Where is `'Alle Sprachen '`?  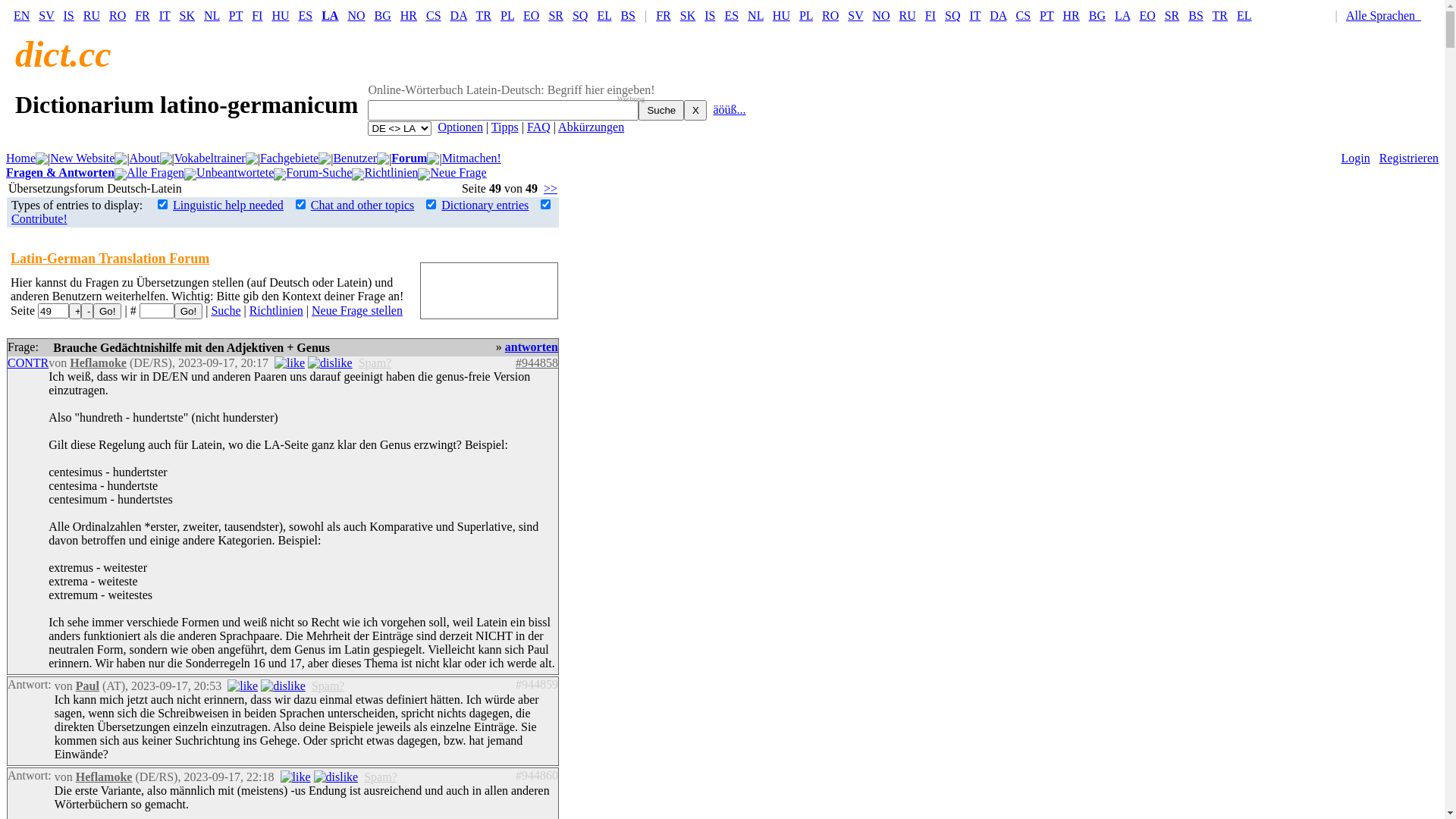
'Alle Sprachen ' is located at coordinates (1386, 15).